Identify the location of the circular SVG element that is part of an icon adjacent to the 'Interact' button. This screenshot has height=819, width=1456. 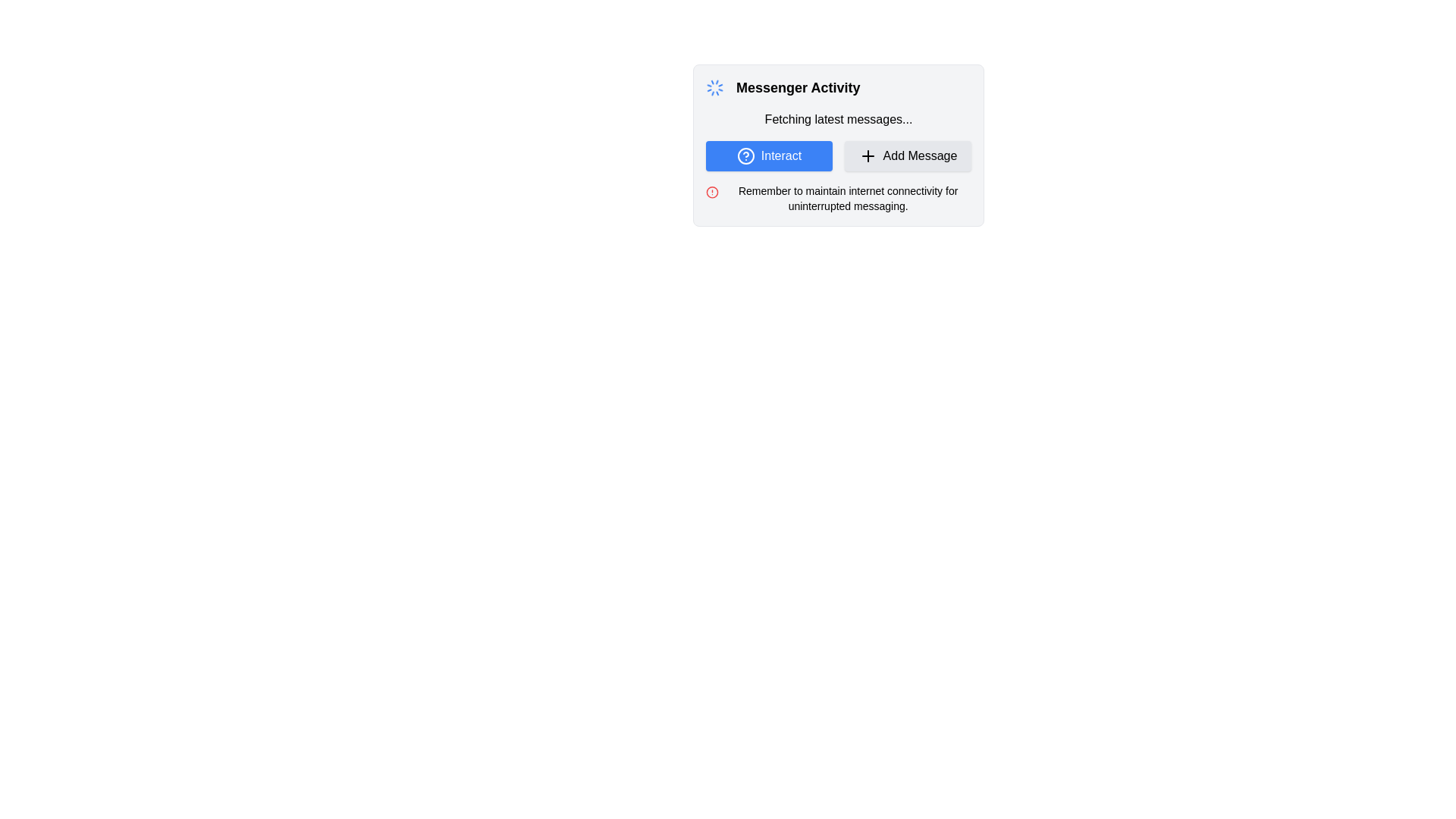
(745, 155).